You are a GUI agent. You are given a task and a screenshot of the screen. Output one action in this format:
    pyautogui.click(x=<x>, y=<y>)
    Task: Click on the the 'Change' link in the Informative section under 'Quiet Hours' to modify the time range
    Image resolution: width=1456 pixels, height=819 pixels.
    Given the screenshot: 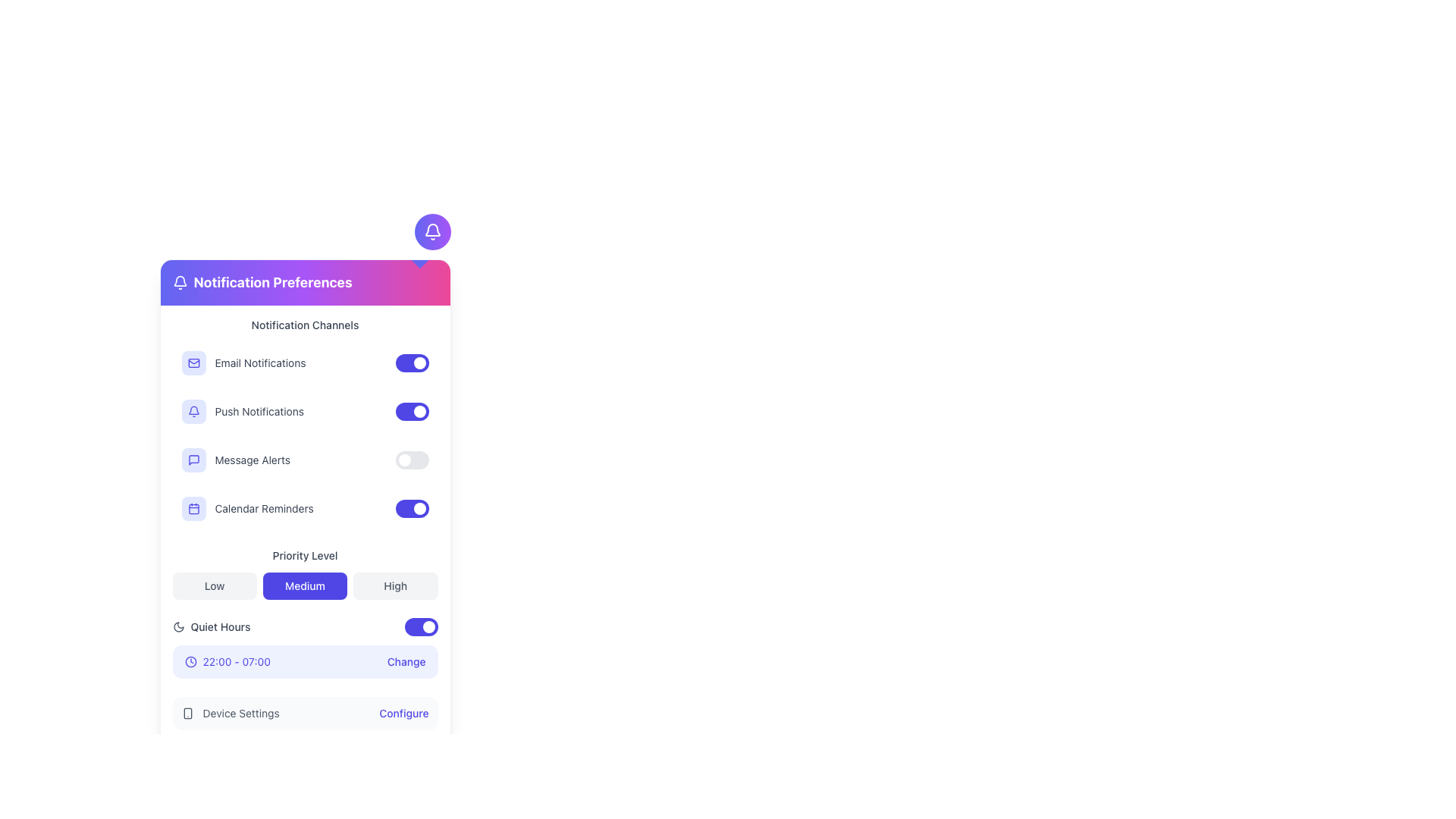 What is the action you would take?
    pyautogui.click(x=304, y=648)
    